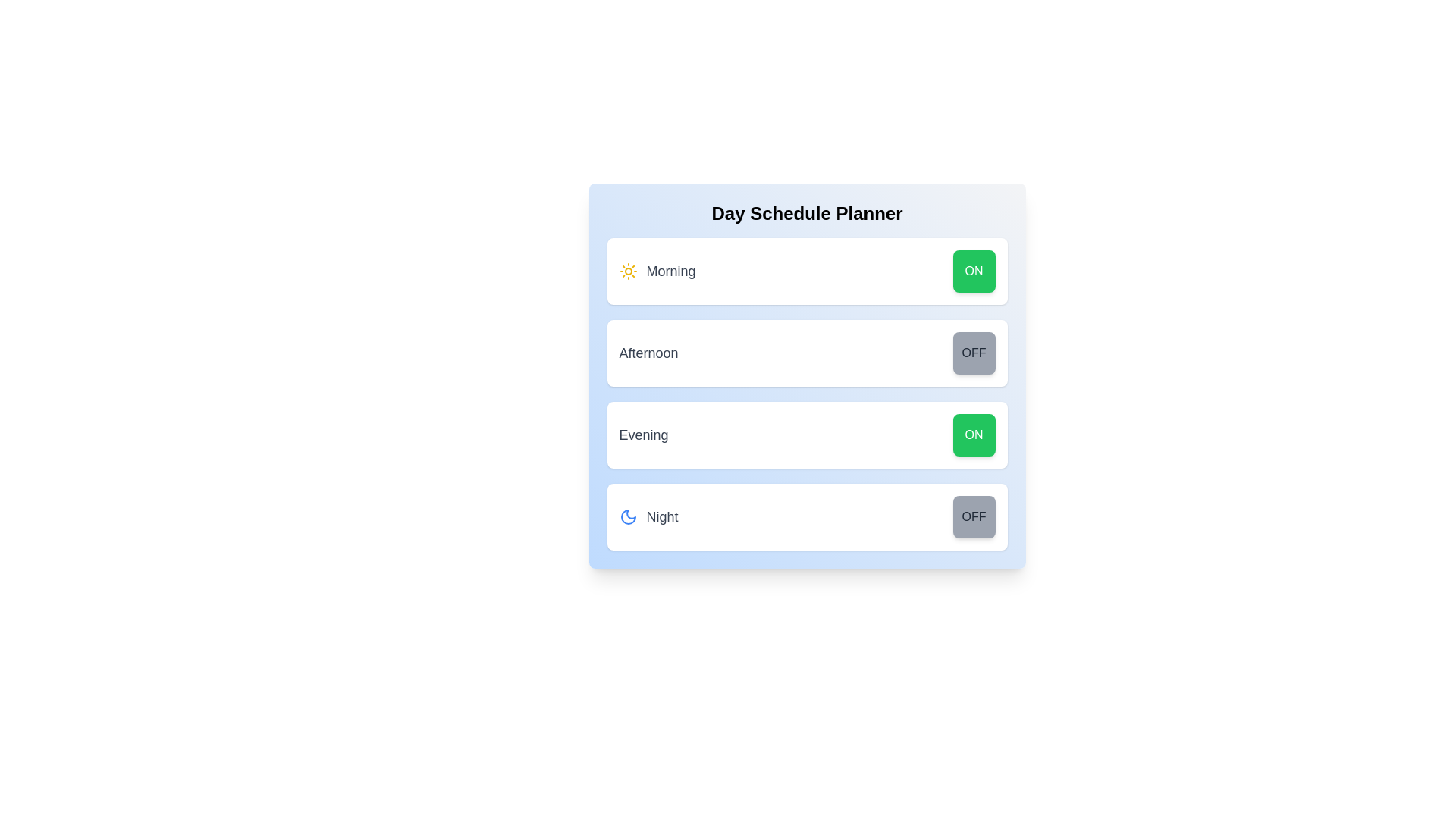 The height and width of the screenshot is (819, 1456). I want to click on the Evening row to highlight or focus it, so click(806, 435).